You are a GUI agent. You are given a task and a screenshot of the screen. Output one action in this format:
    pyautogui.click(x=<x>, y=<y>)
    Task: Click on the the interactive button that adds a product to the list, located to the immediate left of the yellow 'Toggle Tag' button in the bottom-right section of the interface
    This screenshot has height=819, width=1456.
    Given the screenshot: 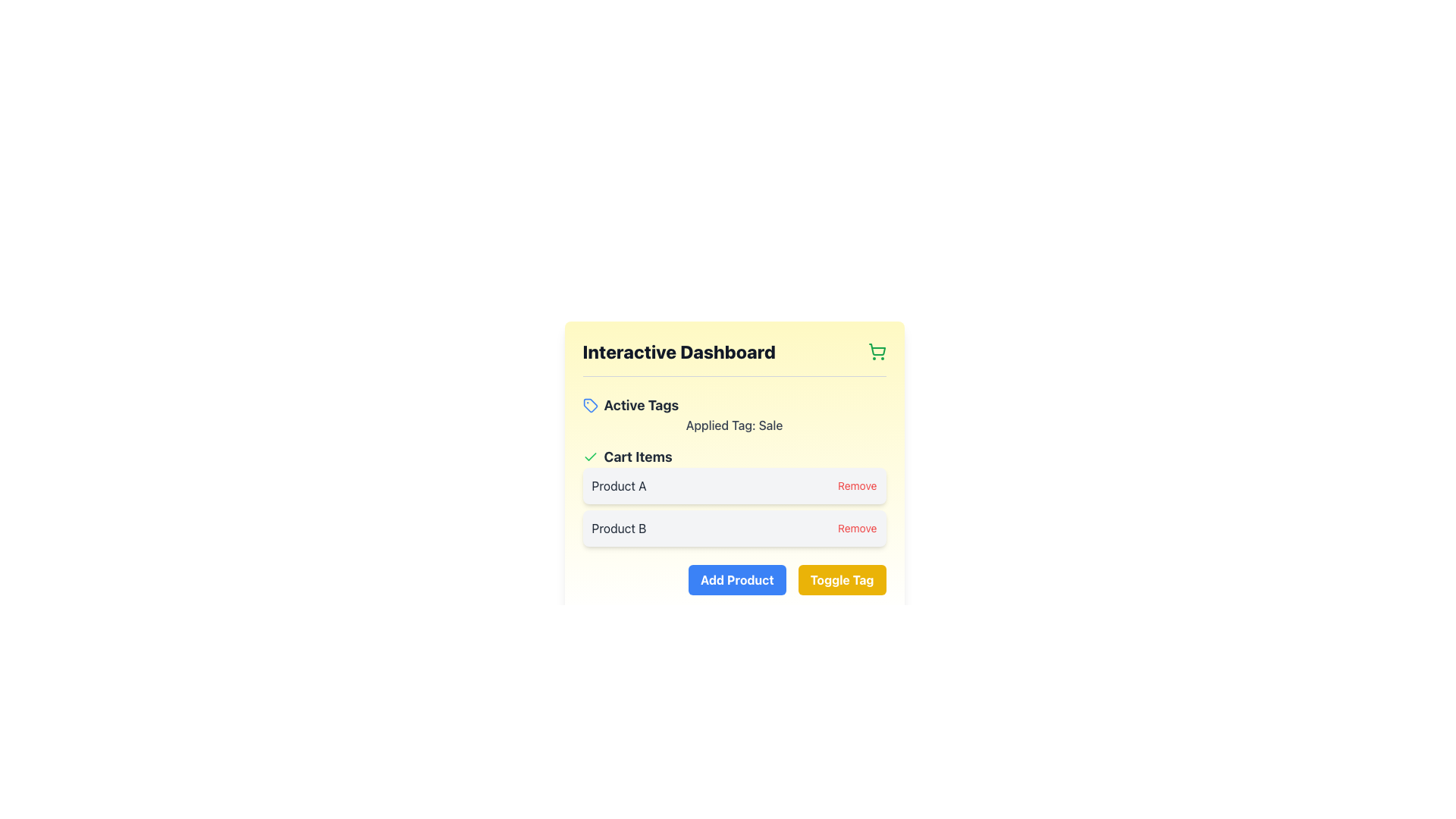 What is the action you would take?
    pyautogui.click(x=737, y=579)
    